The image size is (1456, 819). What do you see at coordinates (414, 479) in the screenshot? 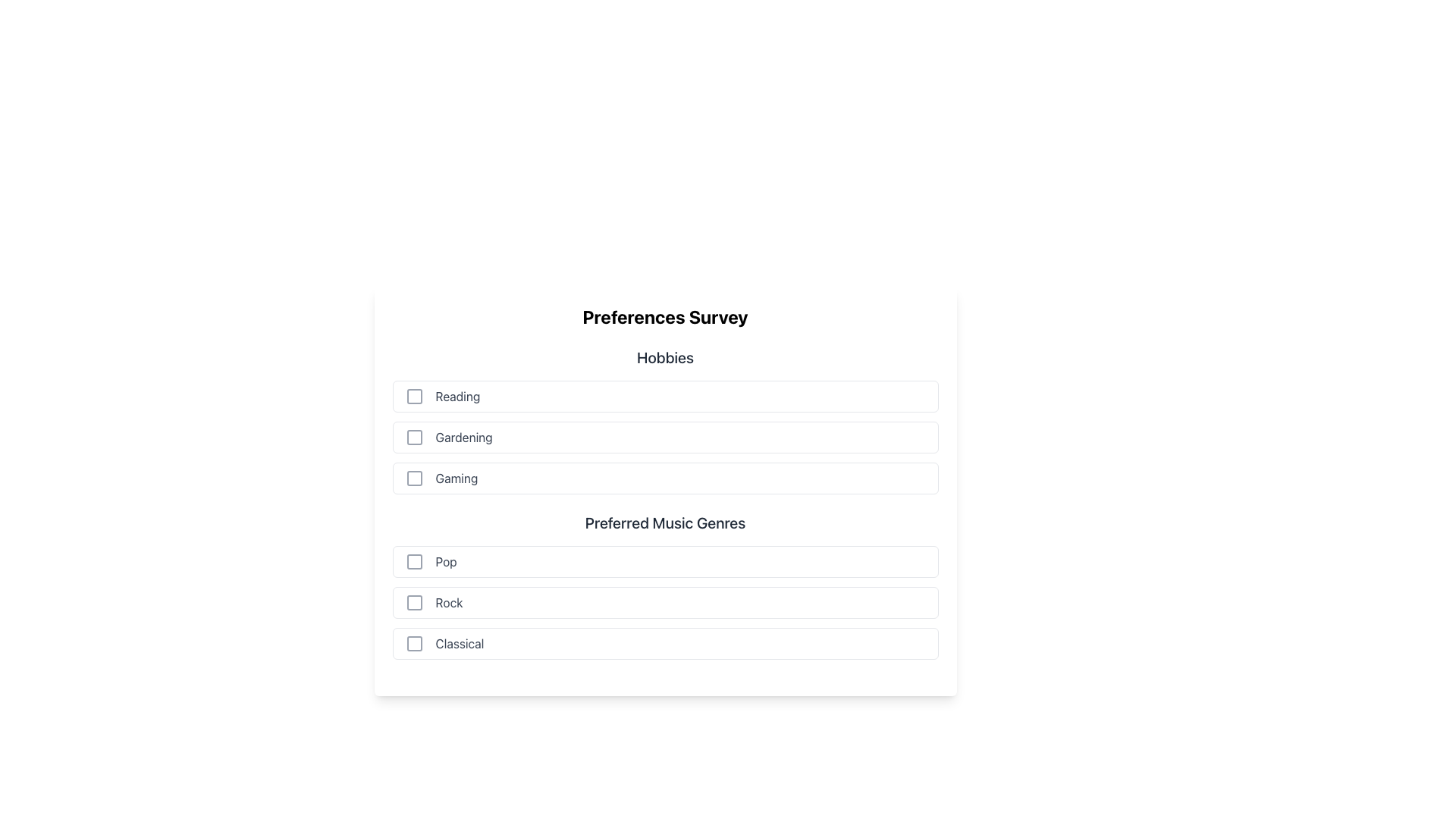
I see `the interactive checkbox for the 'Gaming' option located in the third position under the 'Hobbies' section of the Preferences Survey` at bounding box center [414, 479].